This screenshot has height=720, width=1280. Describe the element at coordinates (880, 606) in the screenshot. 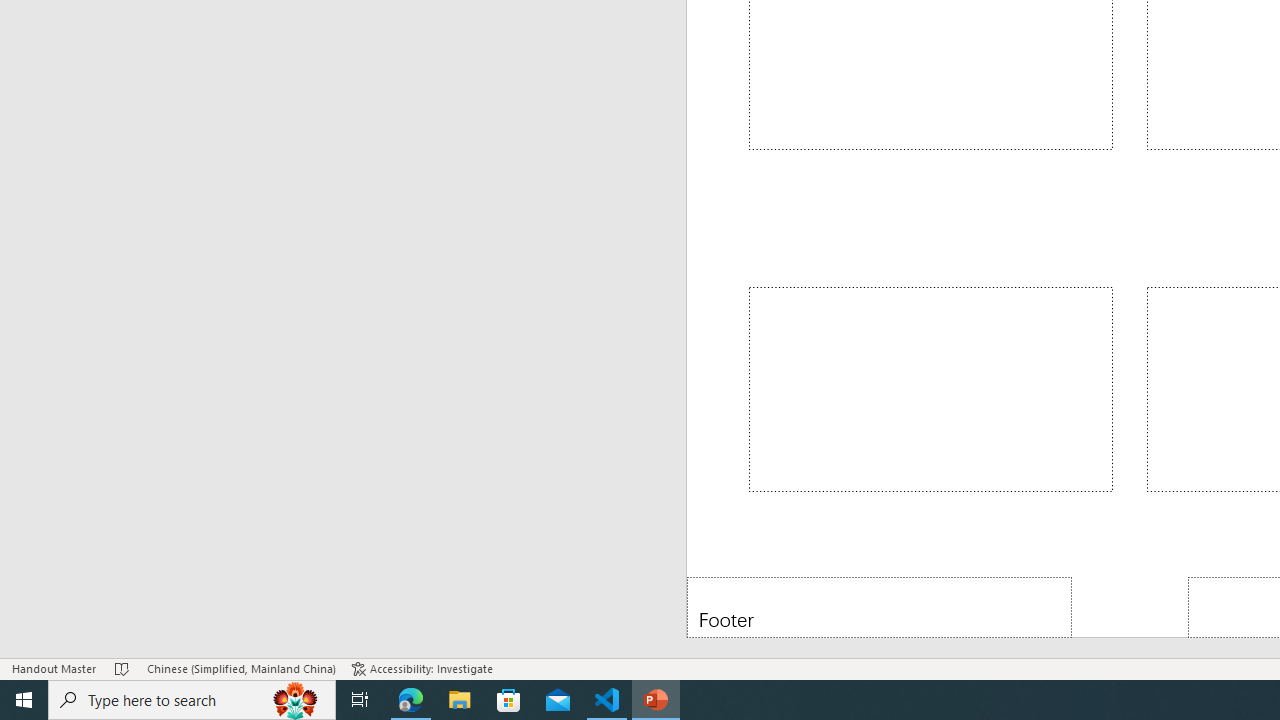

I see `'Footer'` at that location.